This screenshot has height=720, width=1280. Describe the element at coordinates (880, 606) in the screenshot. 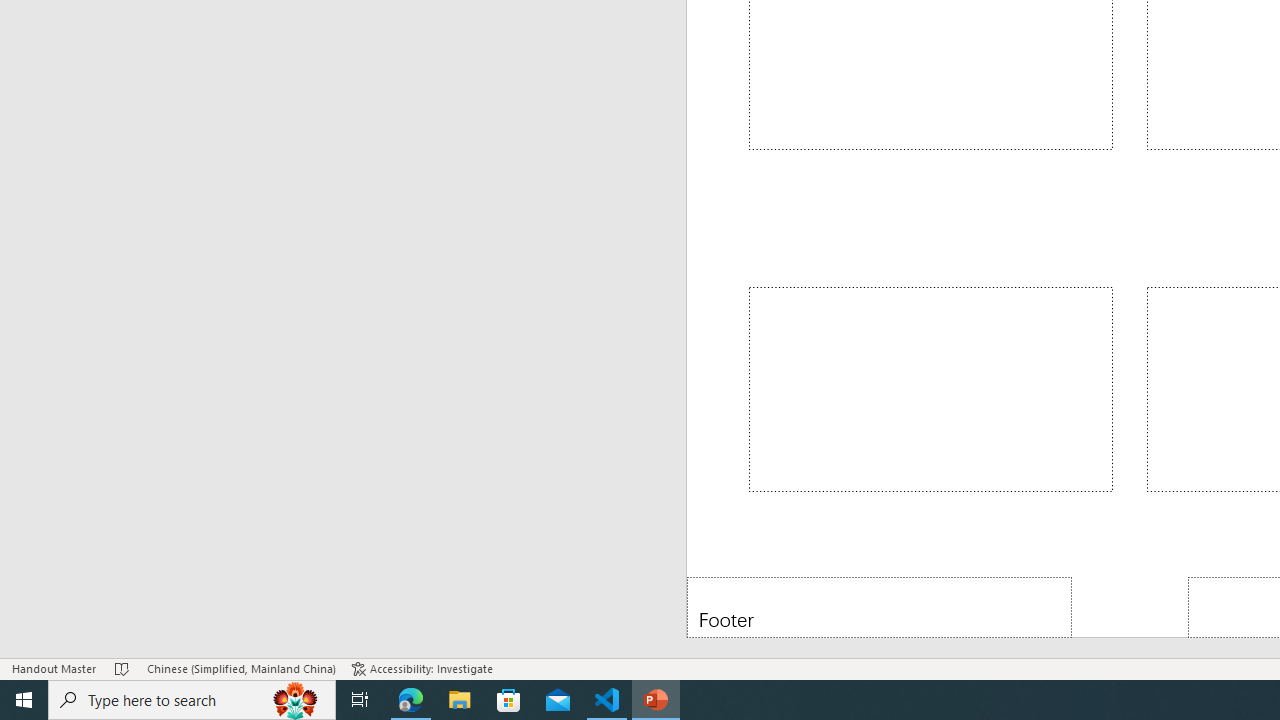

I see `'Footer'` at that location.